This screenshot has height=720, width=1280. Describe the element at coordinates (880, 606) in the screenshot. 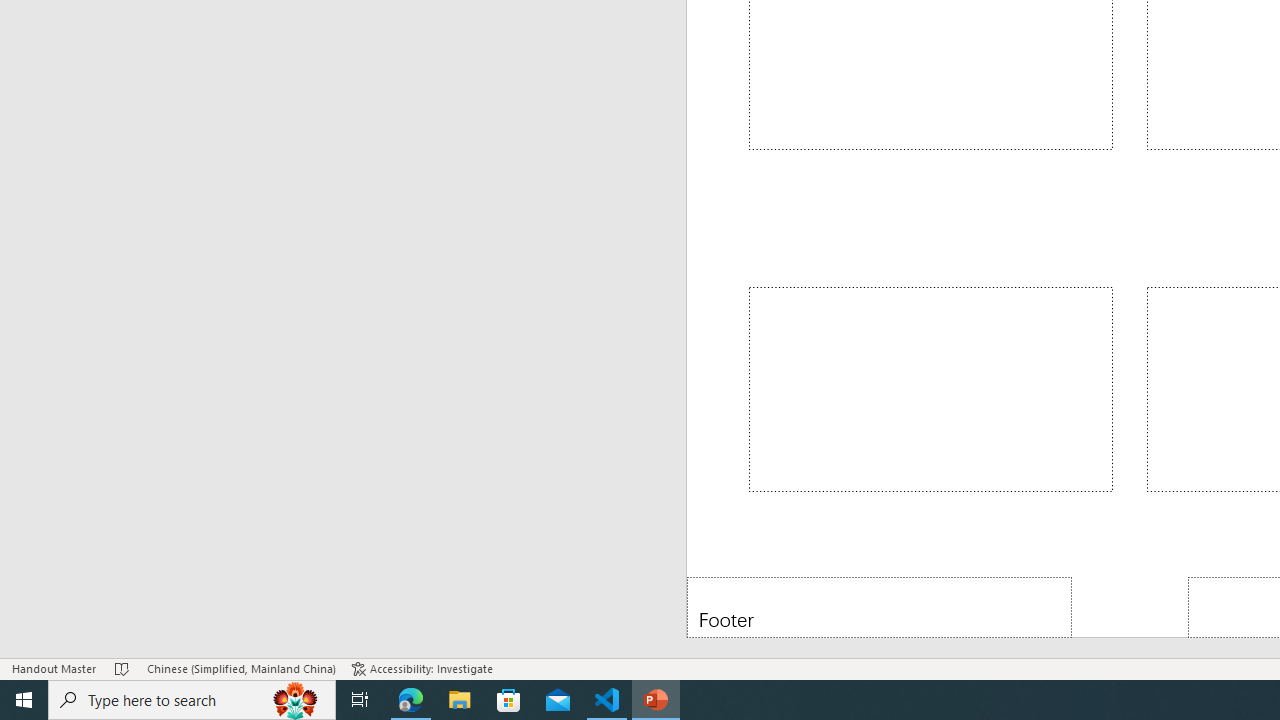

I see `'Footer'` at that location.